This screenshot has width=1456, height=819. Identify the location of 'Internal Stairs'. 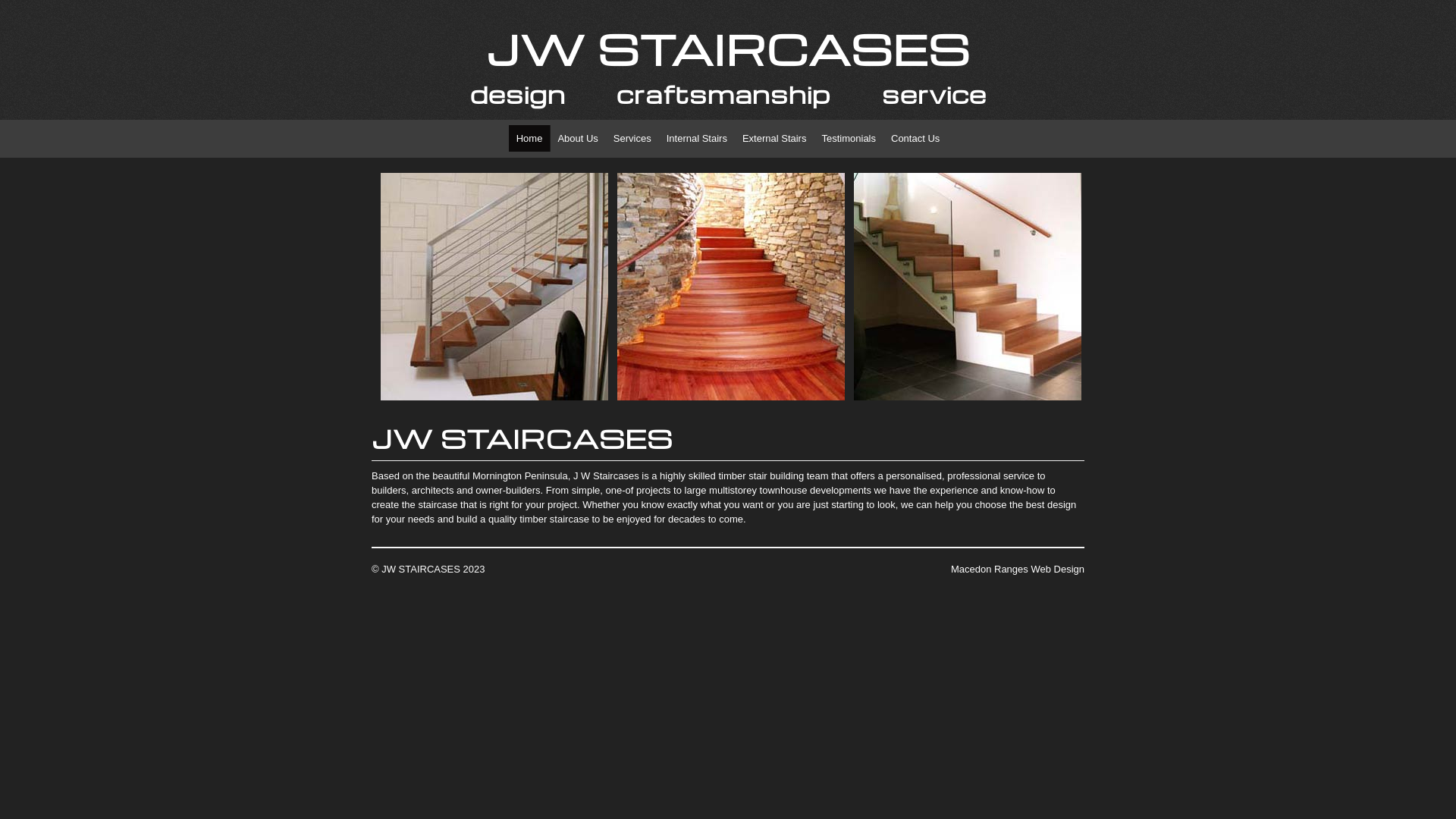
(695, 138).